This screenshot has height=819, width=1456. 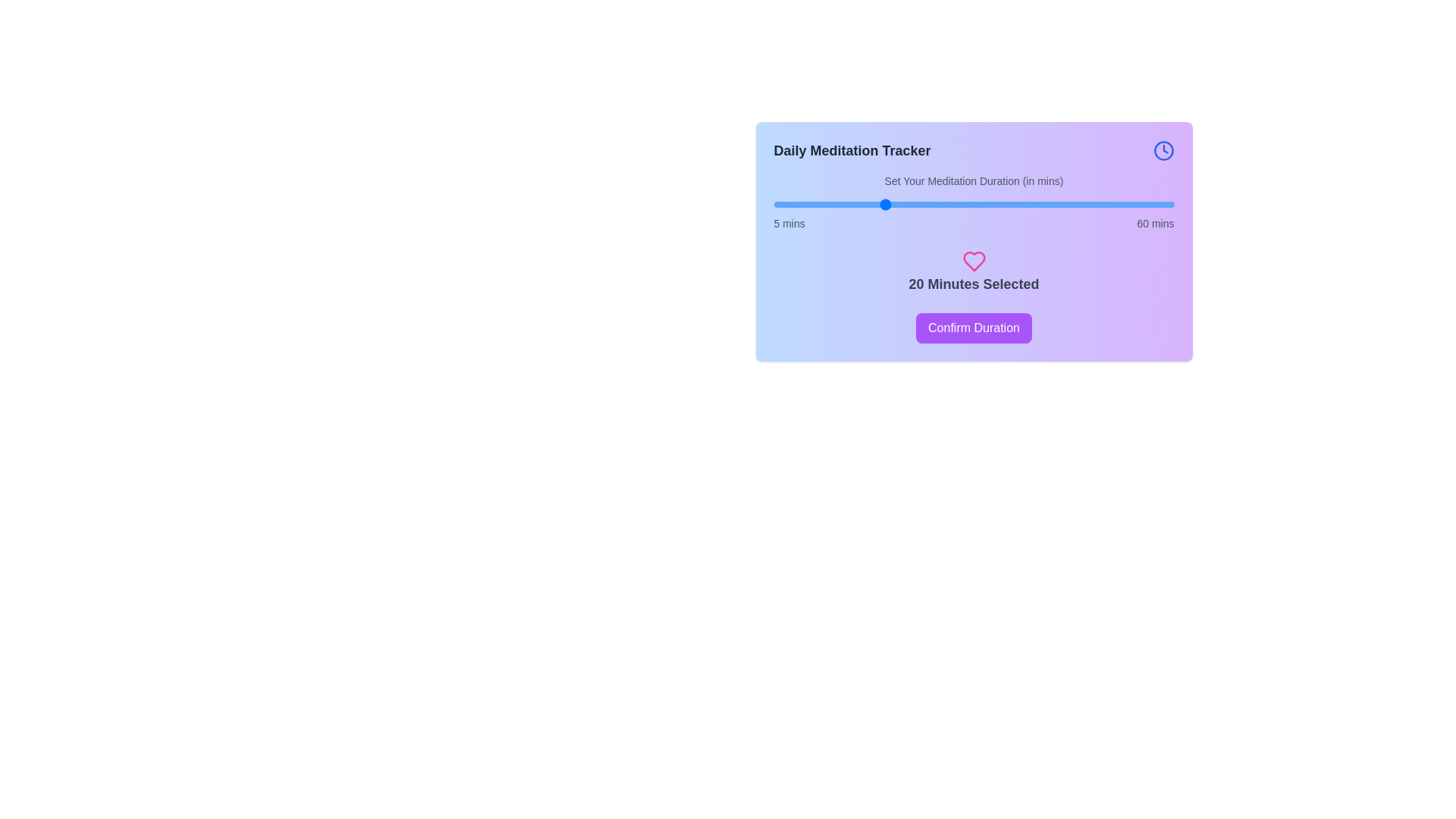 What do you see at coordinates (974, 327) in the screenshot?
I see `the 'Confirm Duration' button to confirm the selected meditation duration` at bounding box center [974, 327].